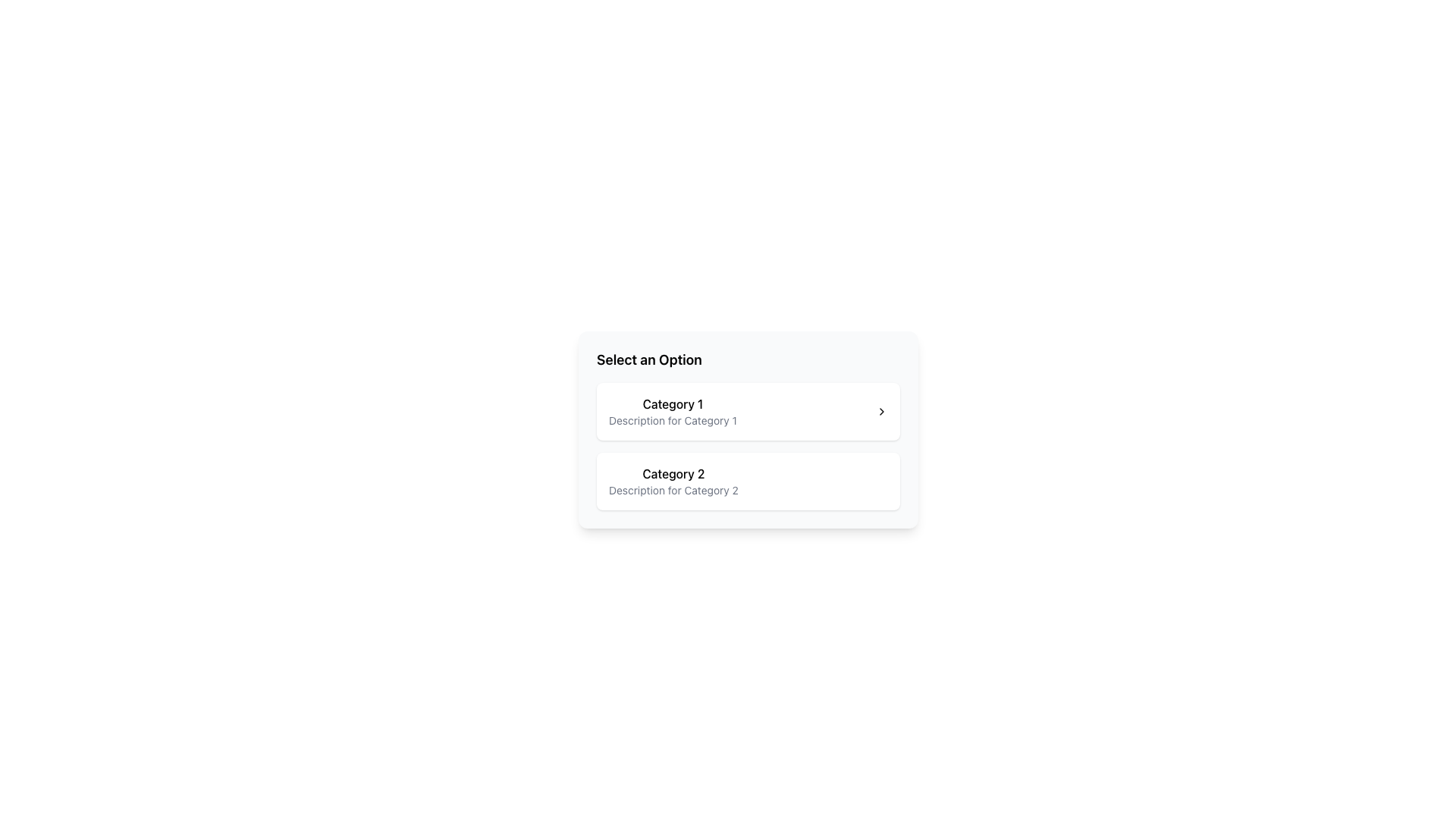 This screenshot has height=819, width=1456. Describe the element at coordinates (881, 412) in the screenshot. I see `the Arrow Icon located at the far-right of the card labeled 'Category 1'` at that location.